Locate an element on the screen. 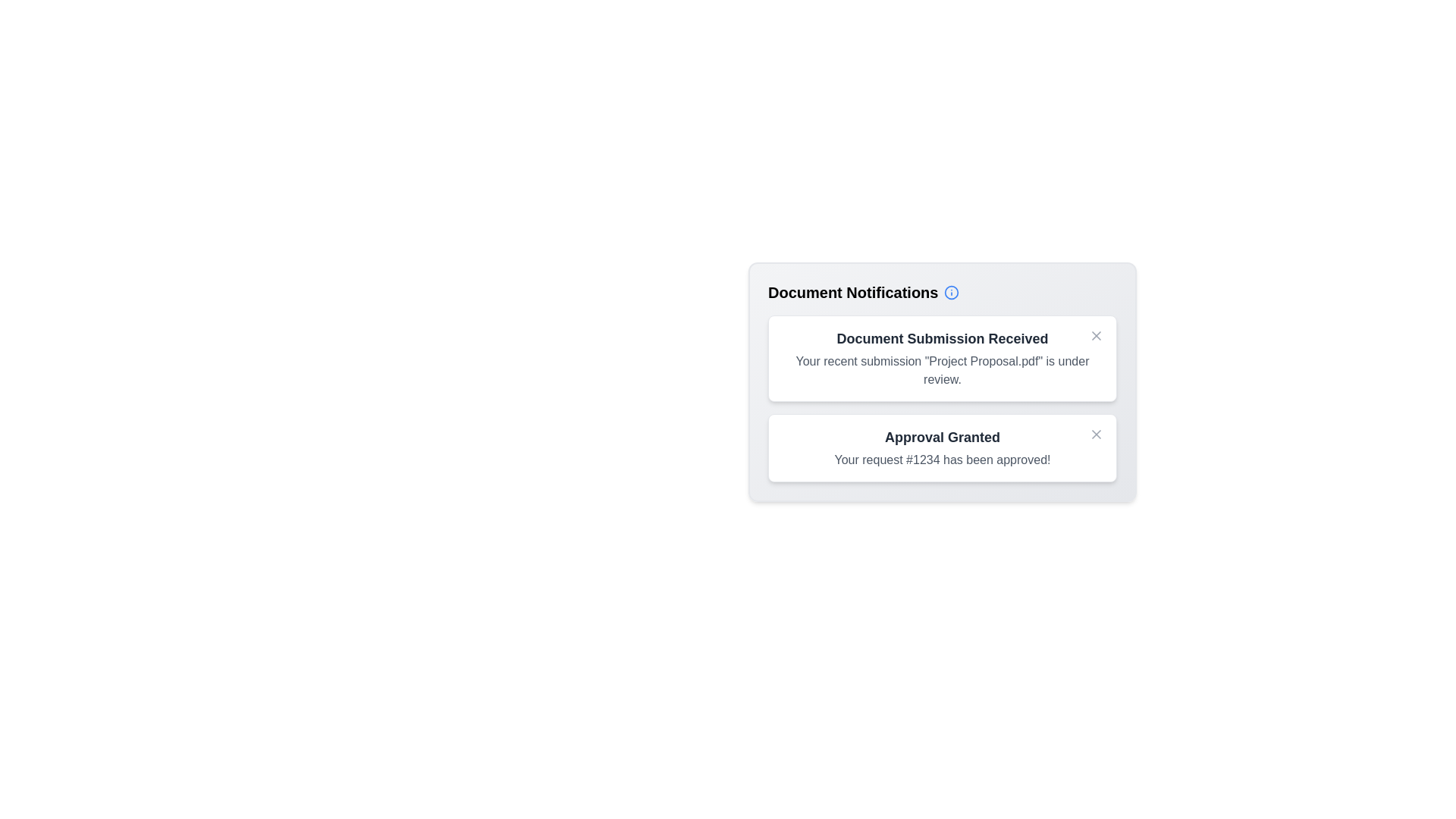 This screenshot has height=819, width=1456. the notification titled 'Approval Granted' to observe hover effects is located at coordinates (942, 447).